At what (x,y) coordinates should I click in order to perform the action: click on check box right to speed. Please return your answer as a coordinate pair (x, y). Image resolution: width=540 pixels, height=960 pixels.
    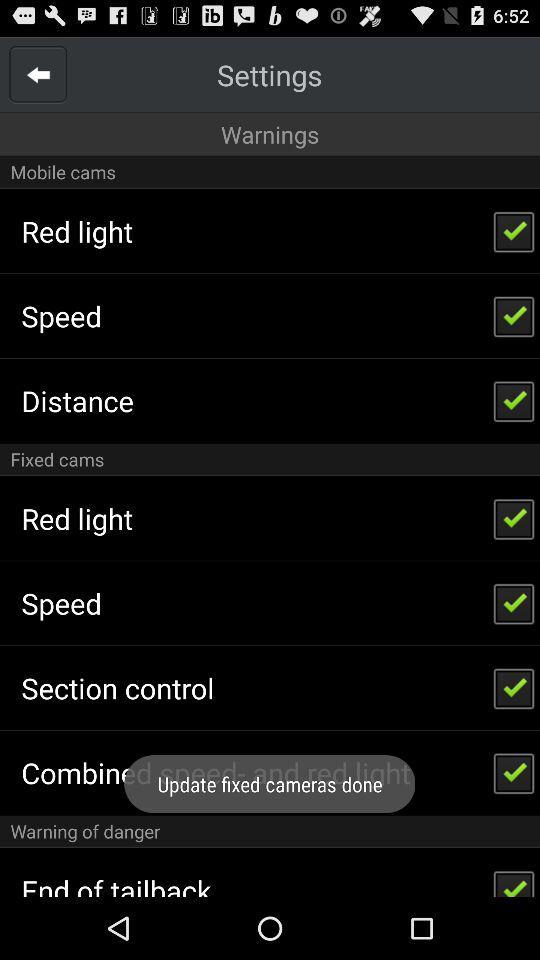
    Looking at the image, I should click on (514, 316).